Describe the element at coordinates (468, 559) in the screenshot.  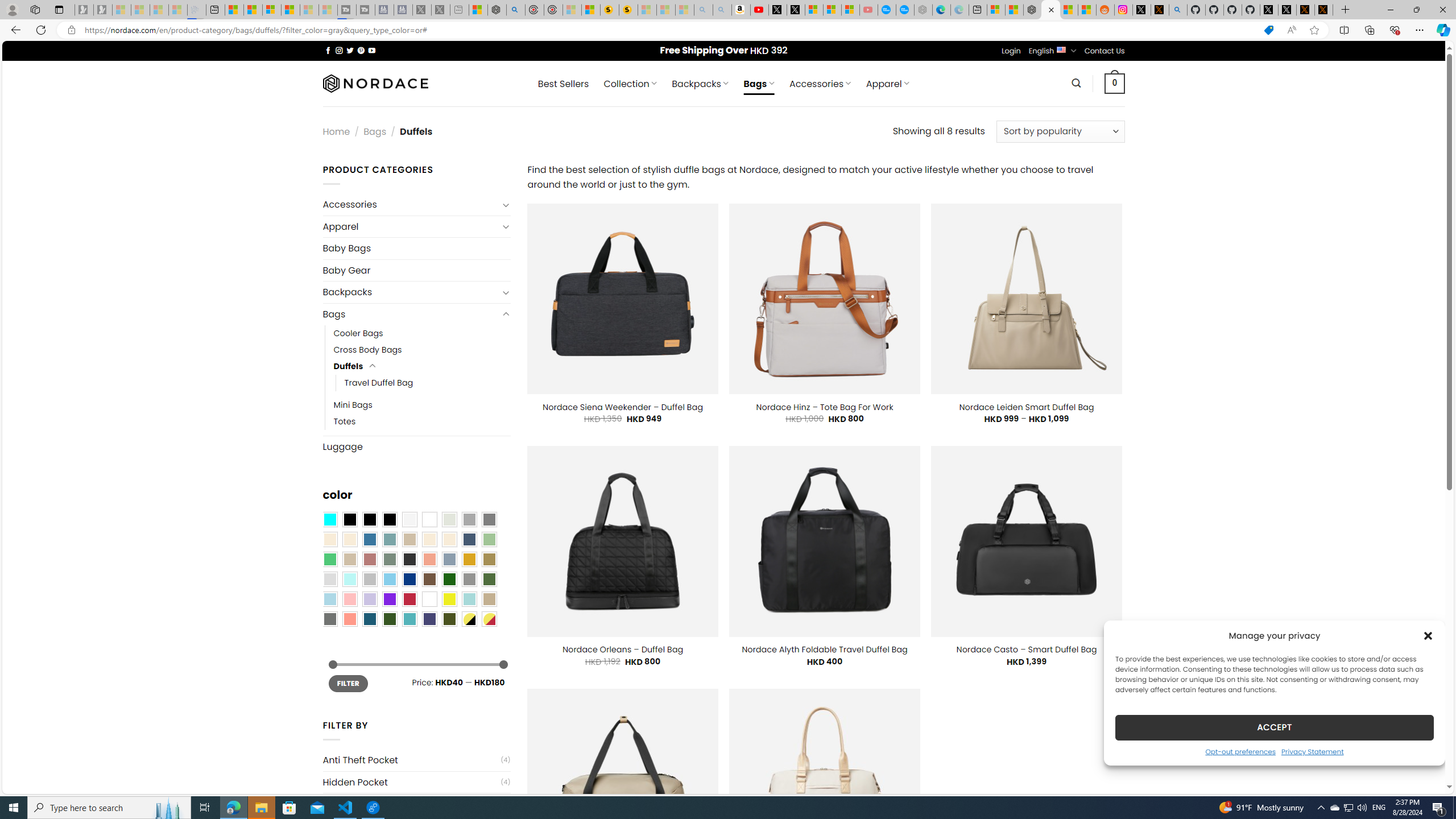
I see `'Gold'` at that location.